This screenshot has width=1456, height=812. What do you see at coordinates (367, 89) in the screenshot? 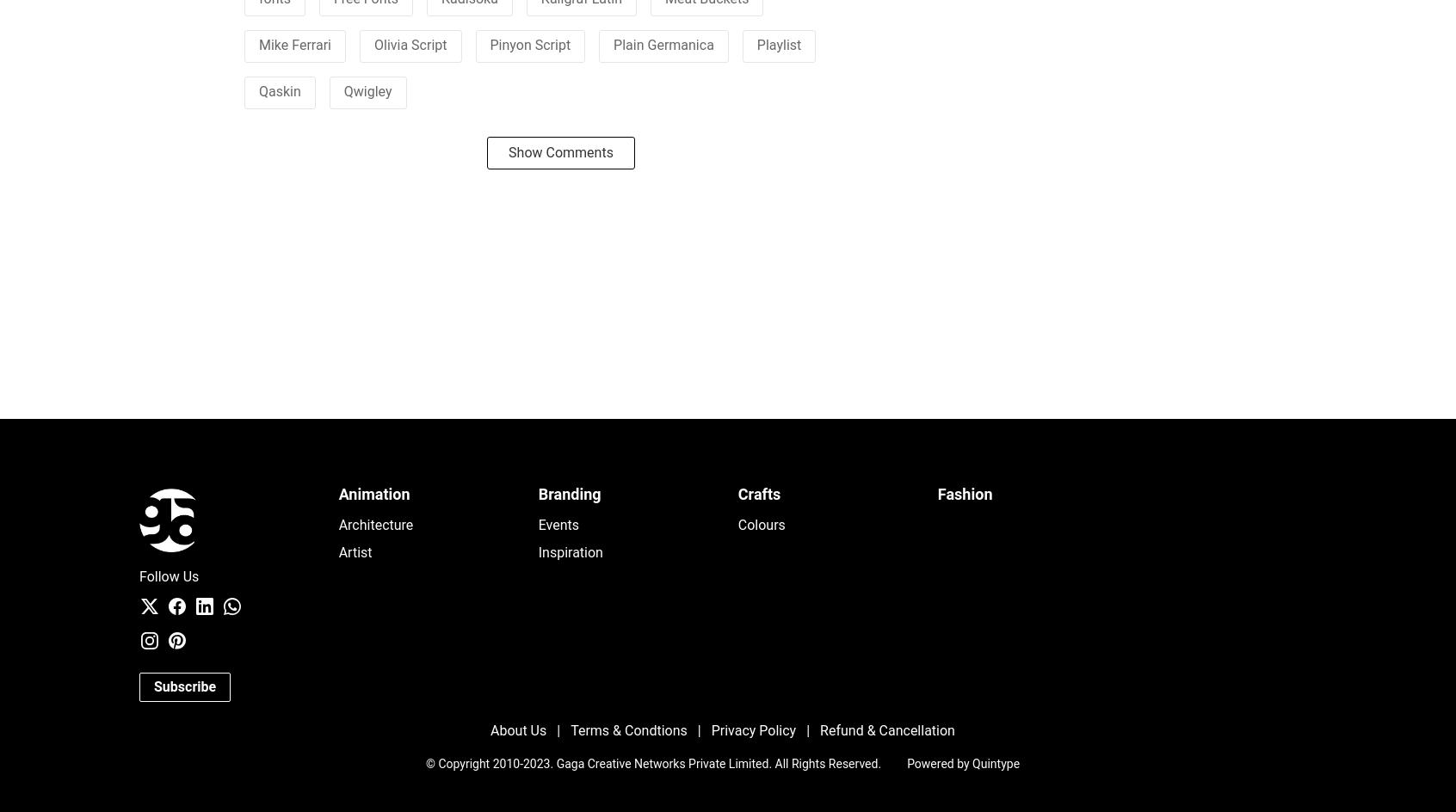
I see `'Qwigley'` at bounding box center [367, 89].